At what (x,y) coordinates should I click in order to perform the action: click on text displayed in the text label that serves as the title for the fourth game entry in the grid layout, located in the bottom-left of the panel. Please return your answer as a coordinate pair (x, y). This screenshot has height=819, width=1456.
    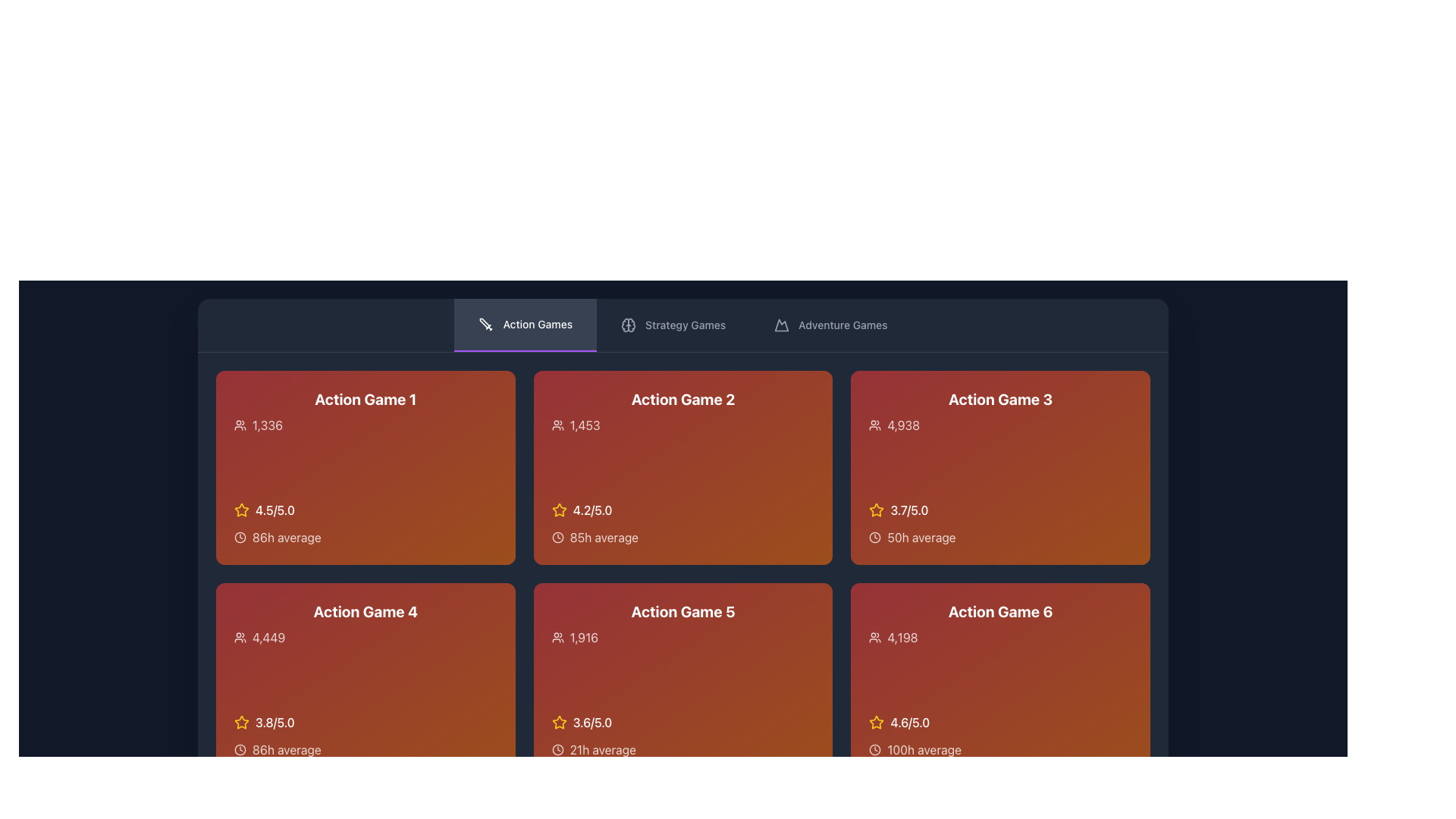
    Looking at the image, I should click on (366, 610).